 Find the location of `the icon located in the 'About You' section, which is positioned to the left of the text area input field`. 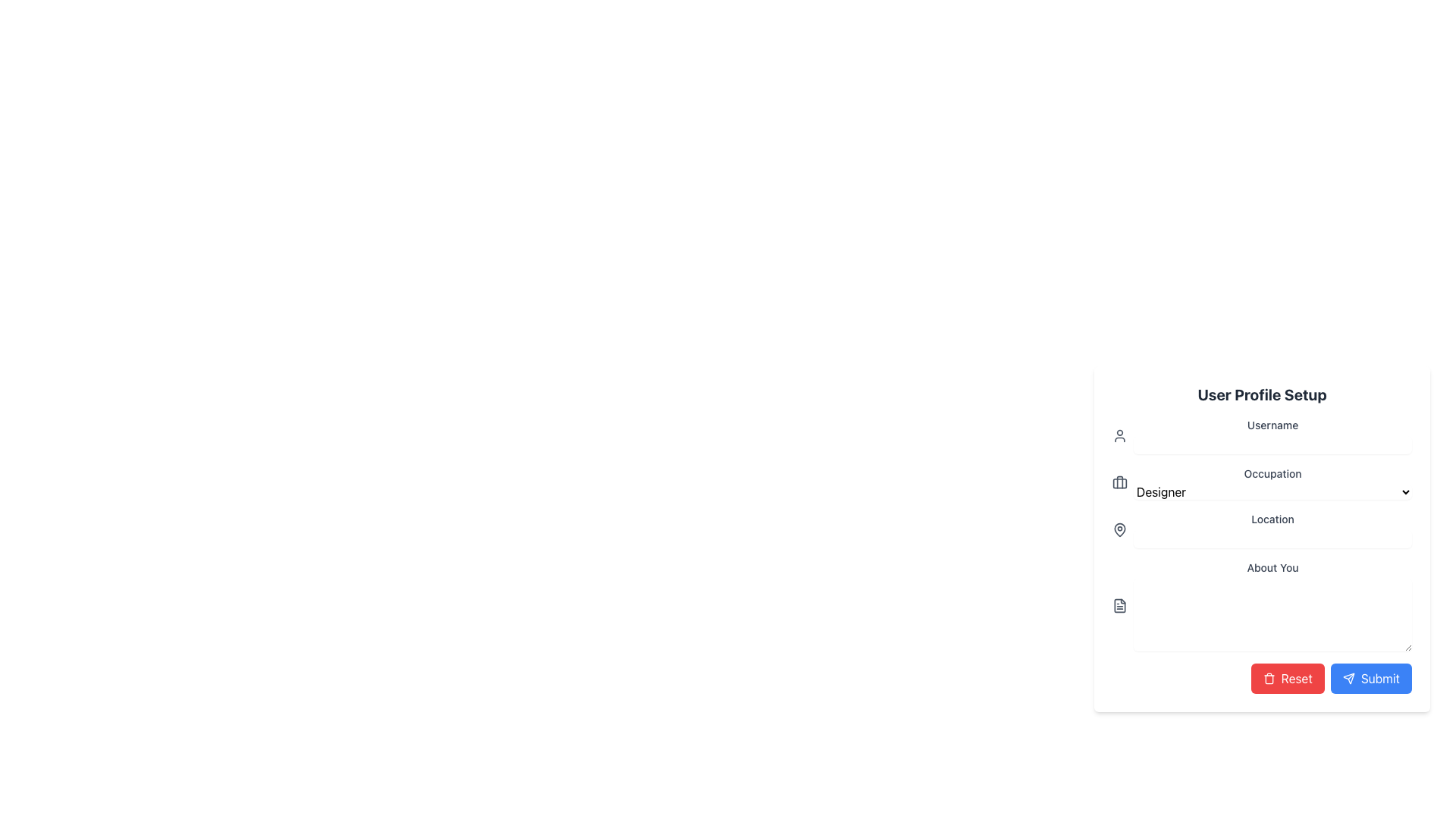

the icon located in the 'About You' section, which is positioned to the left of the text area input field is located at coordinates (1120, 604).